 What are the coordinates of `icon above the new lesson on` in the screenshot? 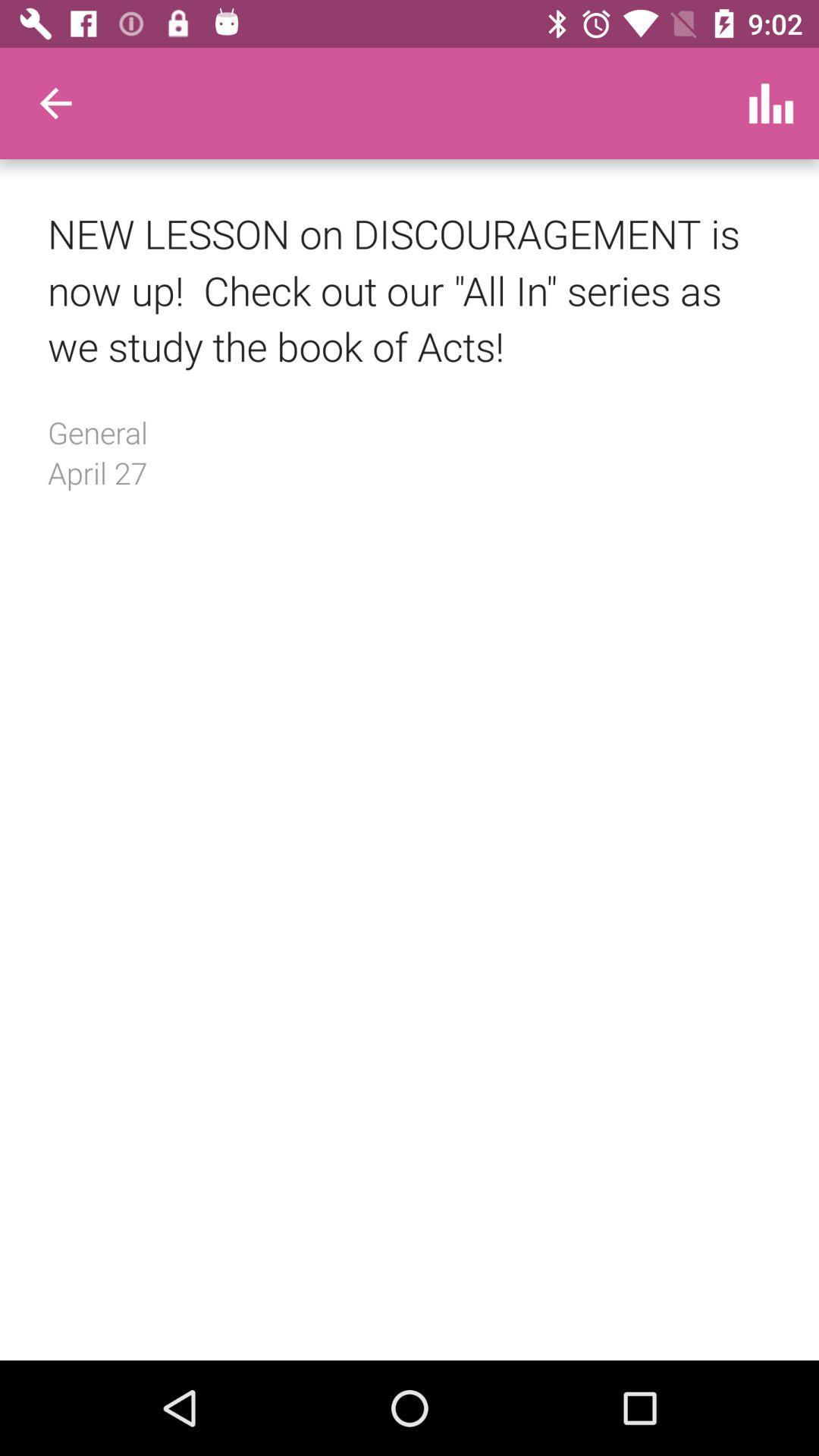 It's located at (771, 102).